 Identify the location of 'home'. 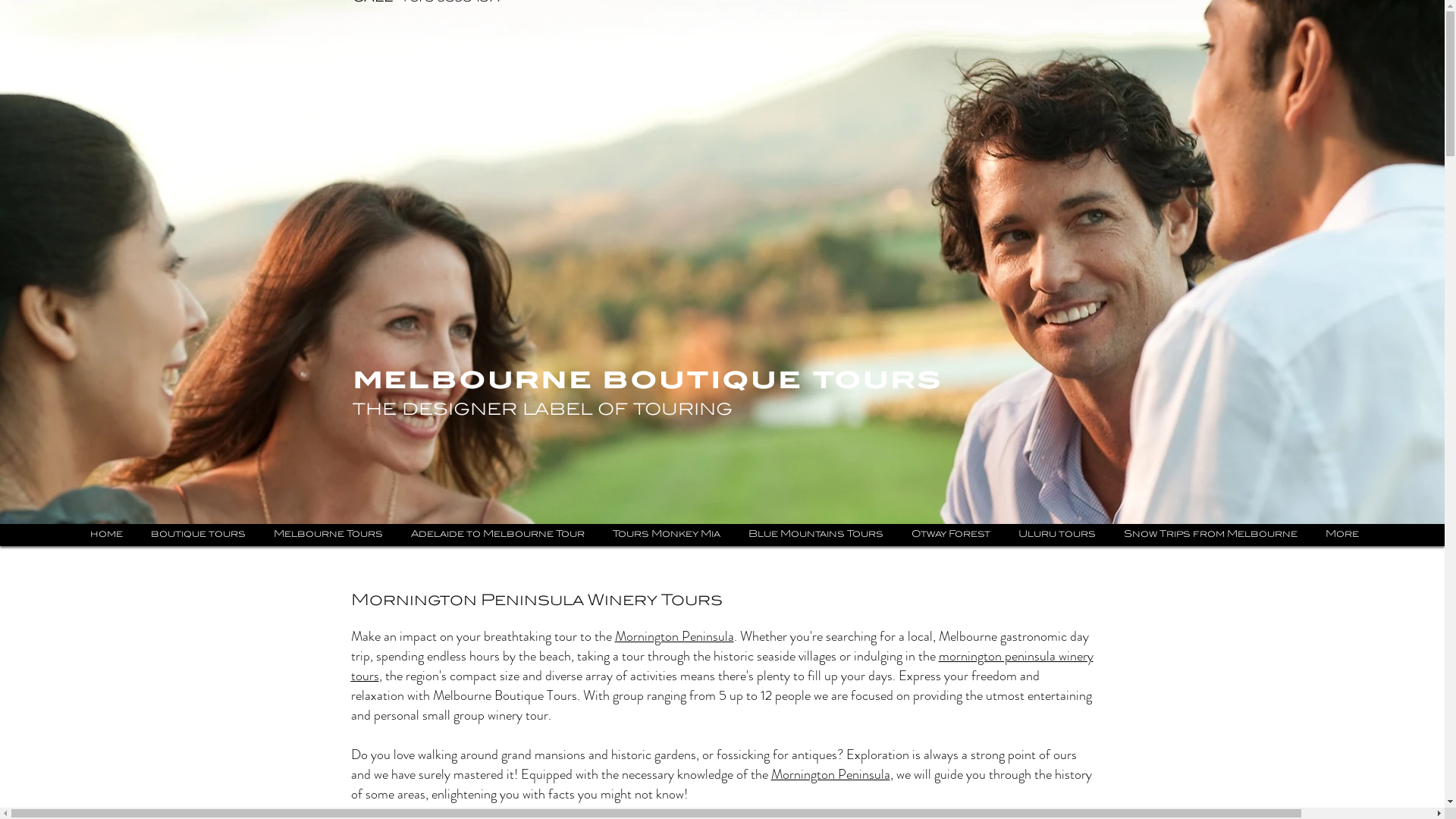
(105, 534).